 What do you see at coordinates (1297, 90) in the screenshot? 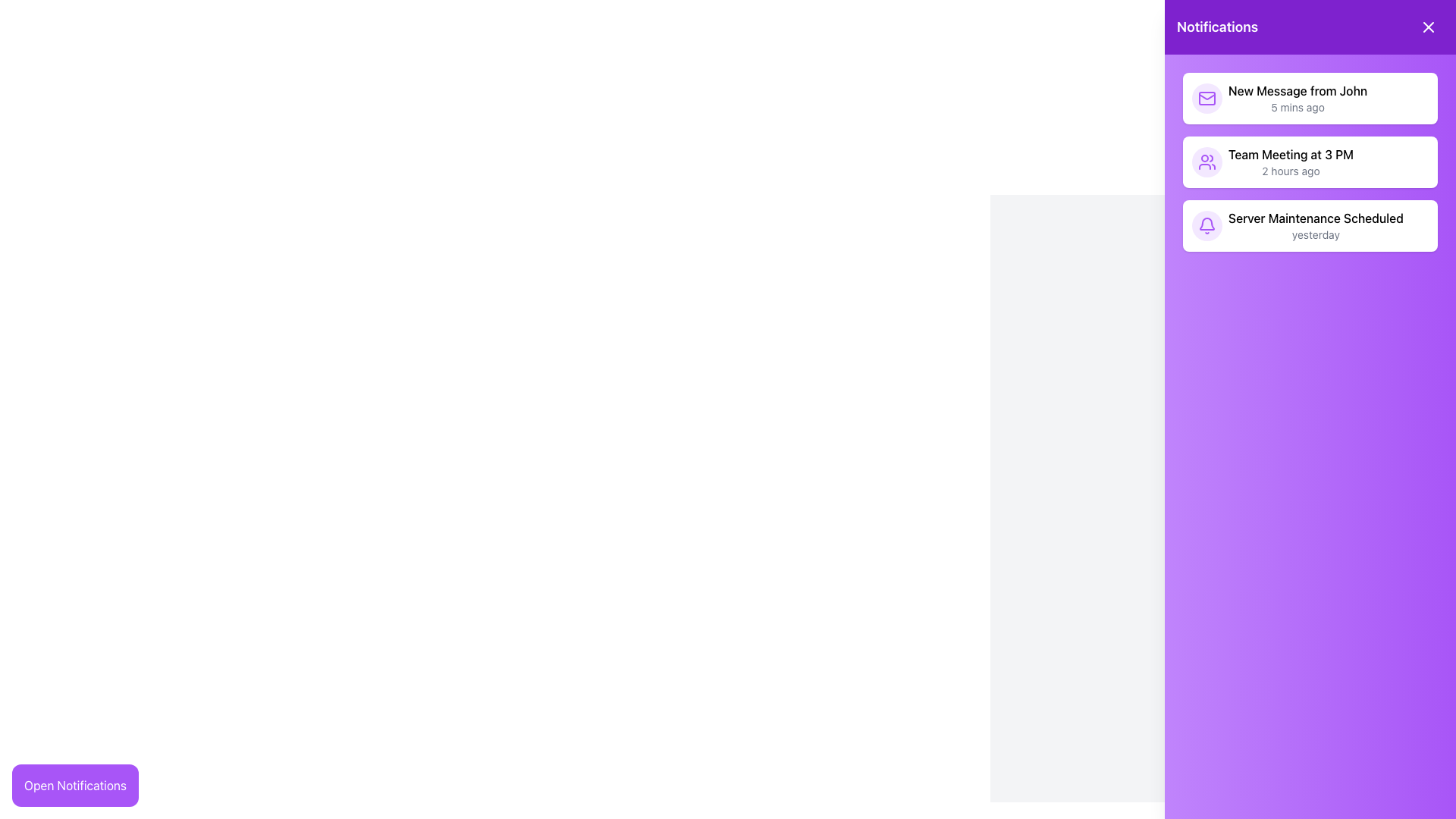
I see `the Text Label that serves as the title of the notification item, located at the top of the notifications list under the heading 'Notifications'` at bounding box center [1297, 90].